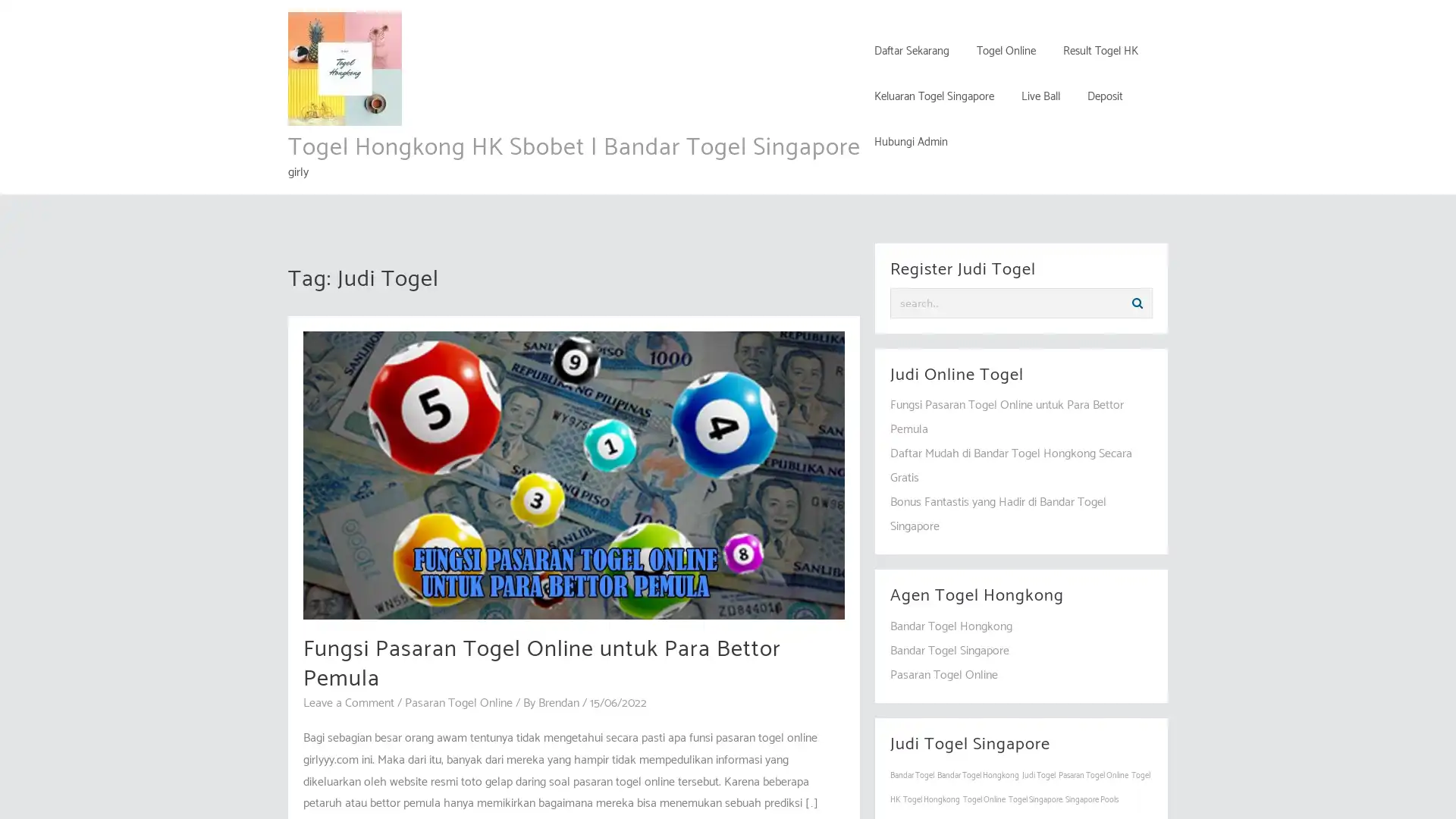 This screenshot has width=1456, height=819. Describe the element at coordinates (1137, 303) in the screenshot. I see `Search` at that location.